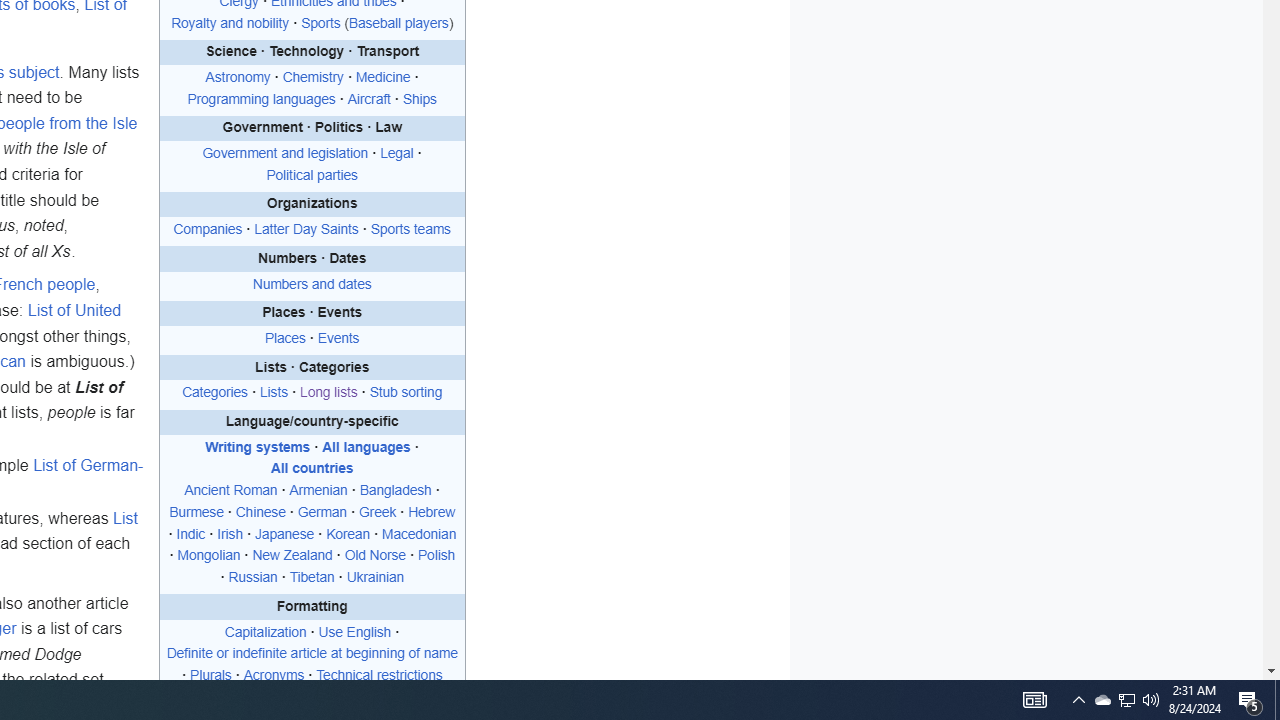 This screenshot has width=1280, height=720. I want to click on 'Burmese', so click(196, 510).